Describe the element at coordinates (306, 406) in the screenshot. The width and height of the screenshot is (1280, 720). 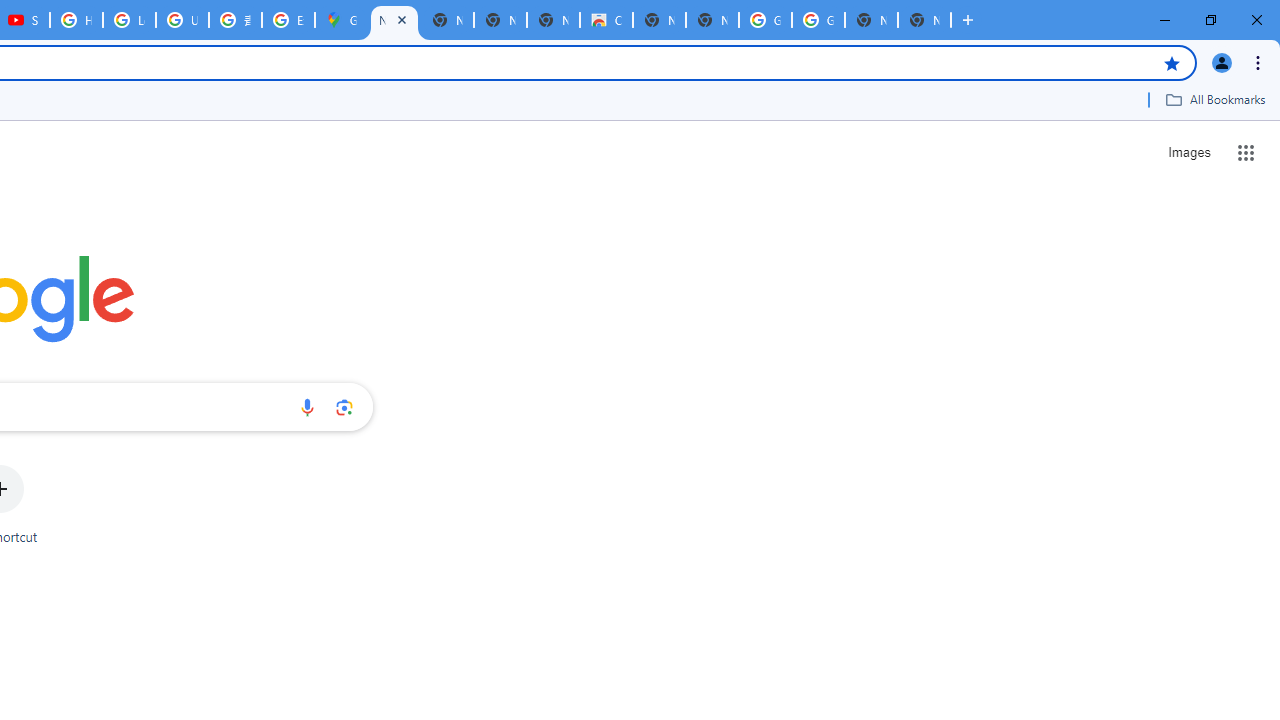
I see `'Search by voice'` at that location.